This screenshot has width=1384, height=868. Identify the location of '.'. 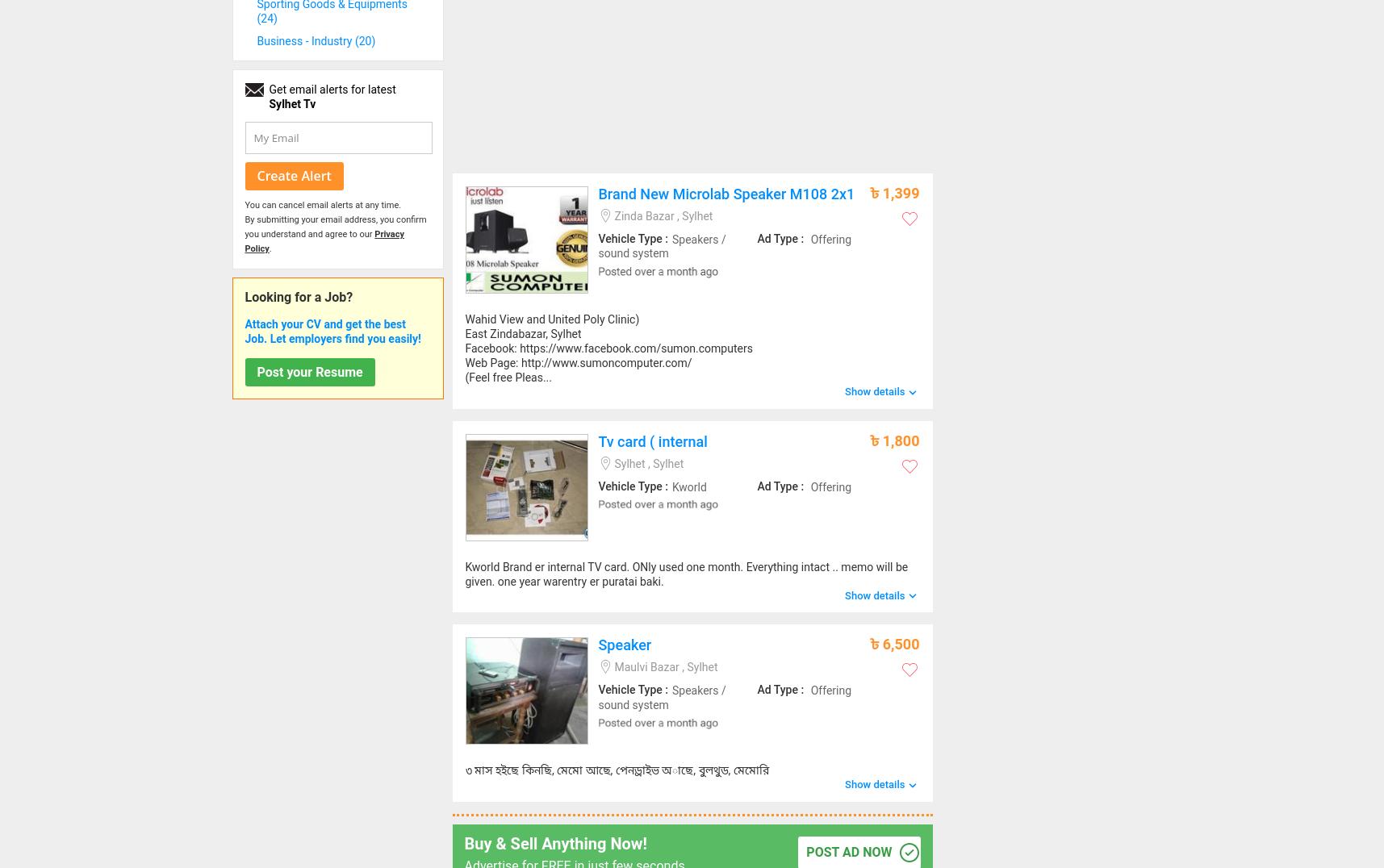
(269, 248).